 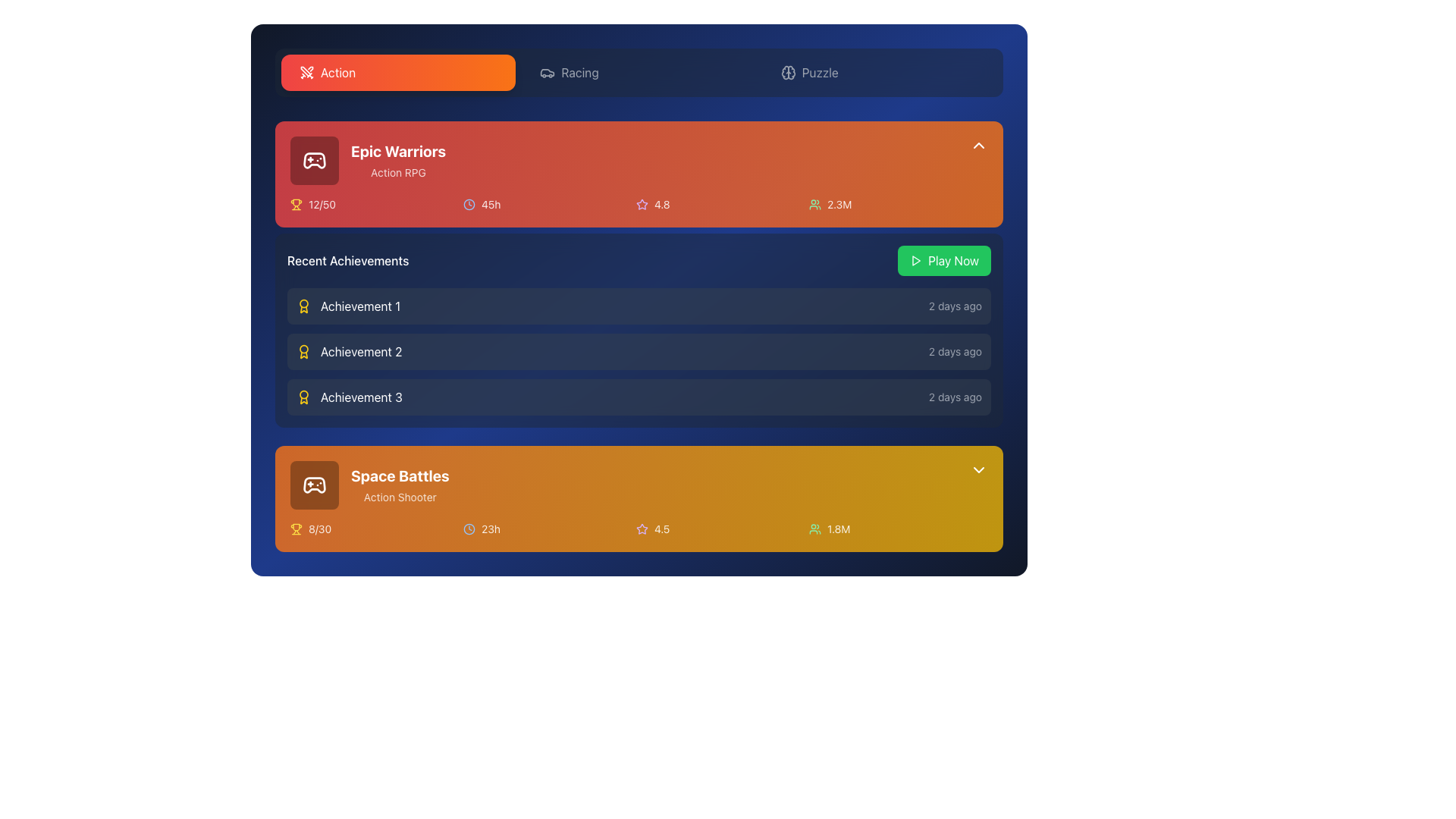 I want to click on the 'Racing' tab icon in the top navigation bar, which is located between the 'Action' and 'Puzzle' tabs, so click(x=547, y=73).